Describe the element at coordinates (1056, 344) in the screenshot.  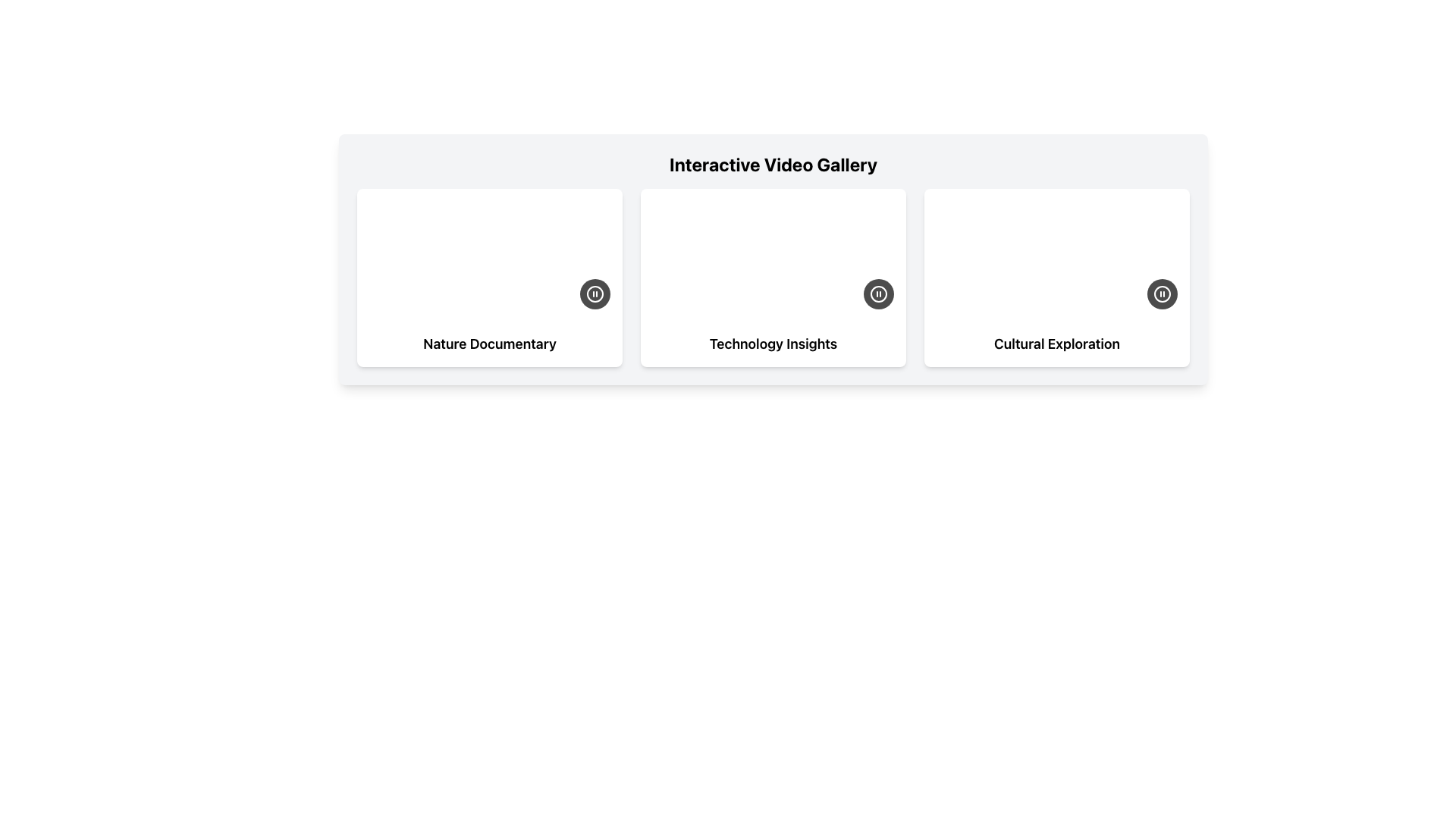
I see `the text label located within the third card component of the interactive video gallery, which serves as a title or caption for the card` at that location.